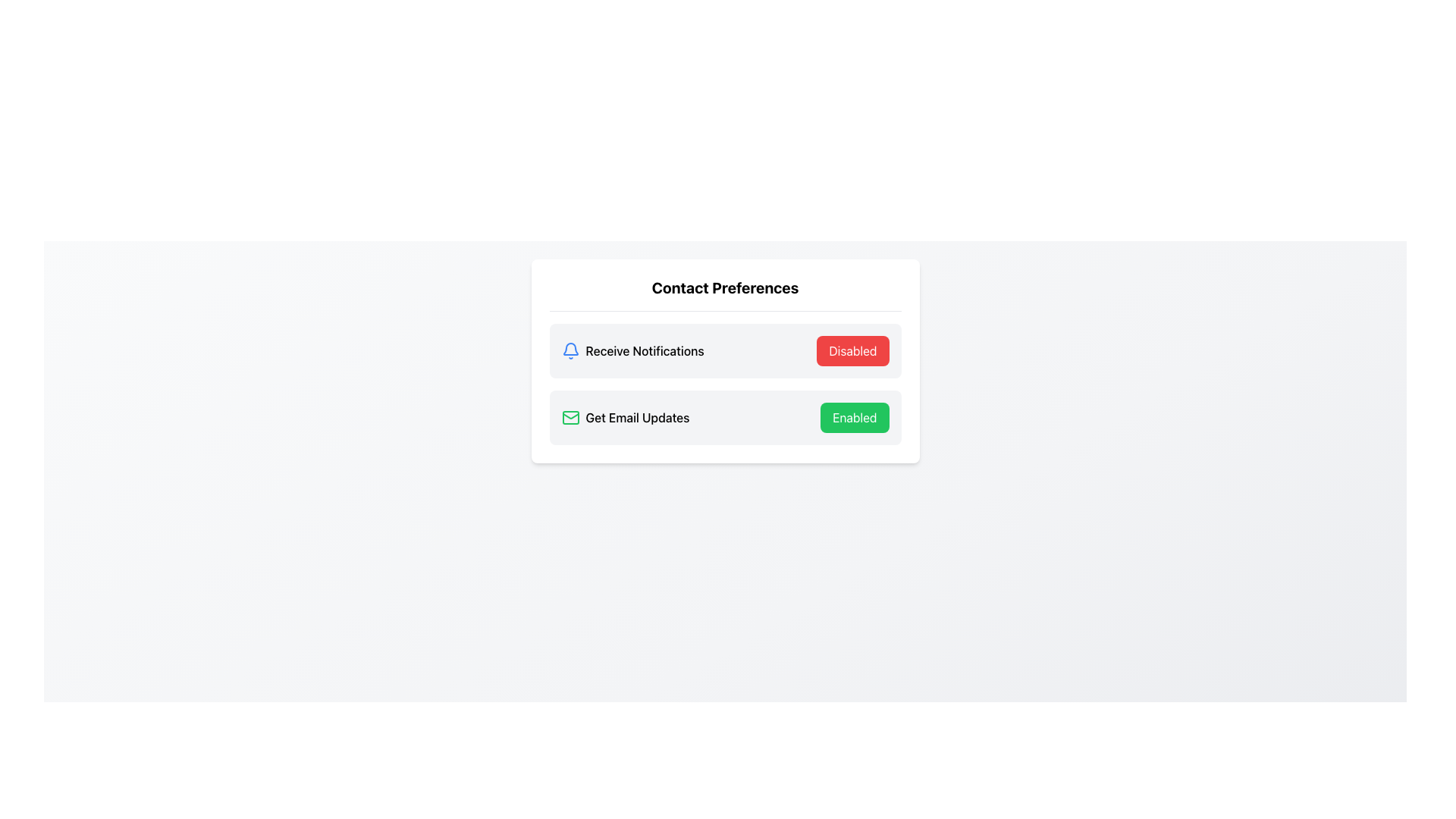 The width and height of the screenshot is (1456, 819). I want to click on the label indicating email update preferences, which is located in the second row of the 'Contact Preferences' panel, to the left of the 'Enabled' button, so click(626, 418).